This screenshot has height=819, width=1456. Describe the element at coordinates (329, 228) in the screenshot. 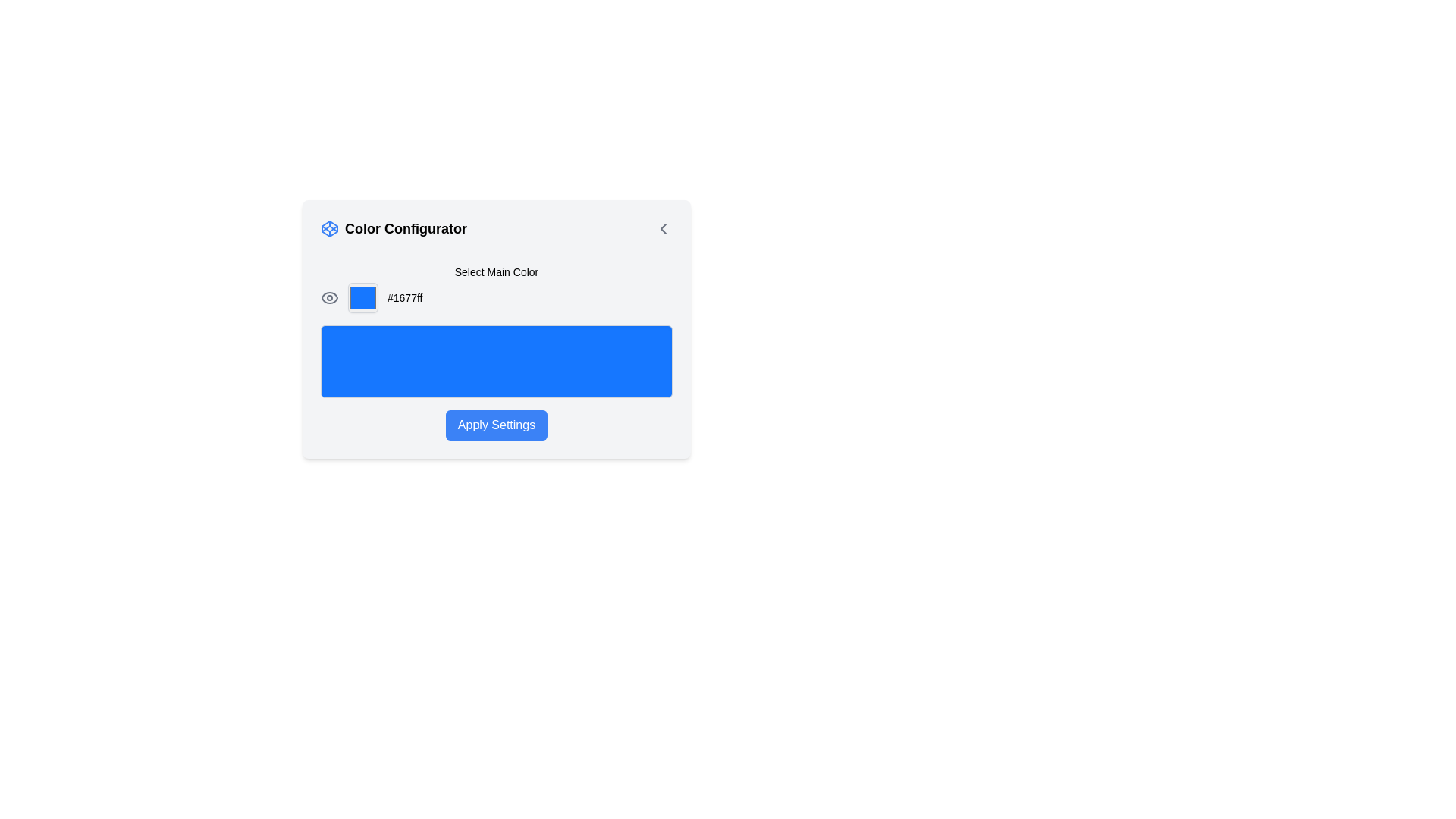

I see `the icon located in the header section titled 'Color Configurator', which is the first icon to the left of the toolbar area` at that location.